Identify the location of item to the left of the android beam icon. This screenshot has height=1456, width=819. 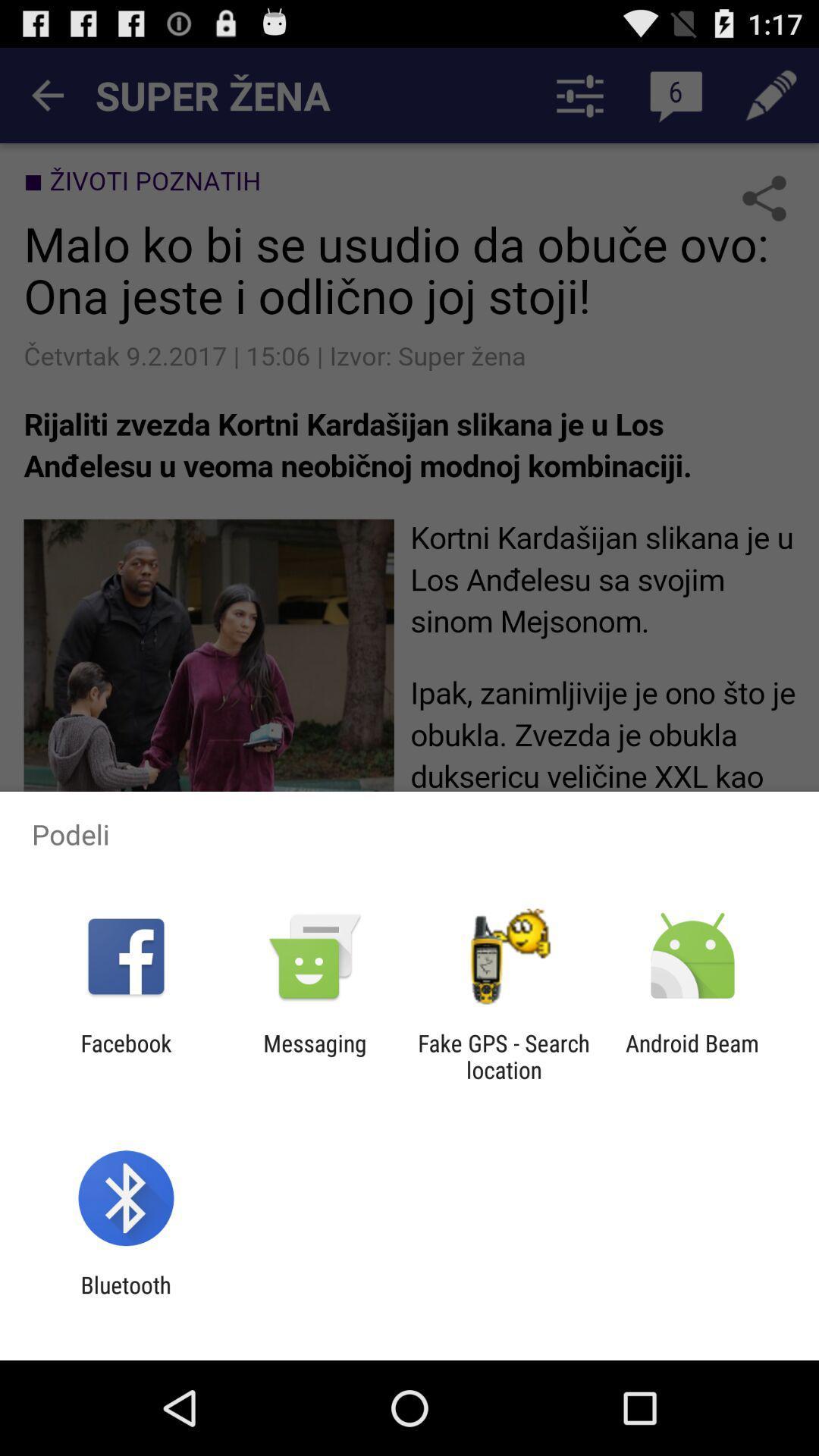
(504, 1056).